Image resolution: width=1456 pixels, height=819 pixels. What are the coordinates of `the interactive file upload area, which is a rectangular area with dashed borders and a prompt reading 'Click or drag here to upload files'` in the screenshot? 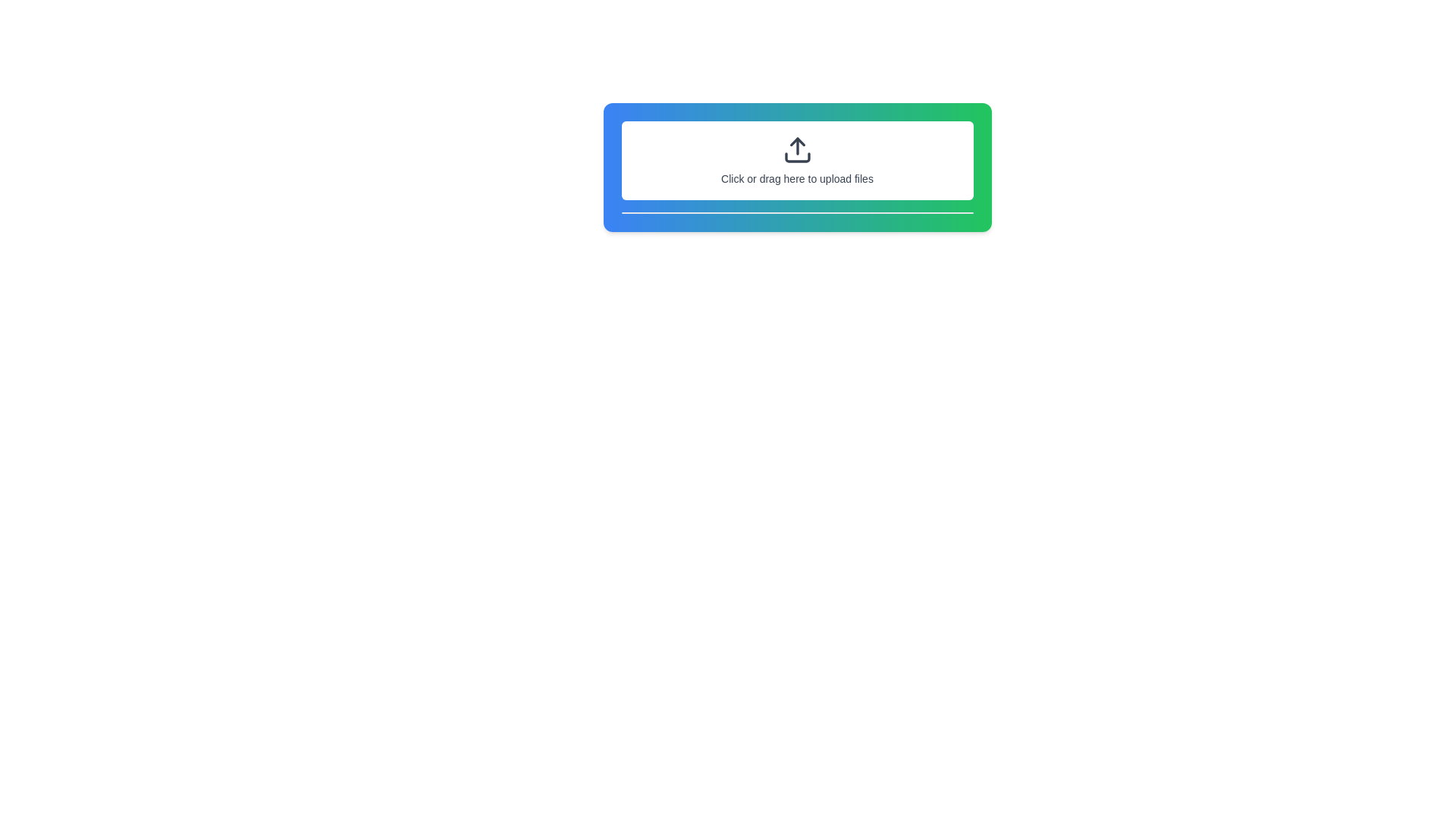 It's located at (796, 161).